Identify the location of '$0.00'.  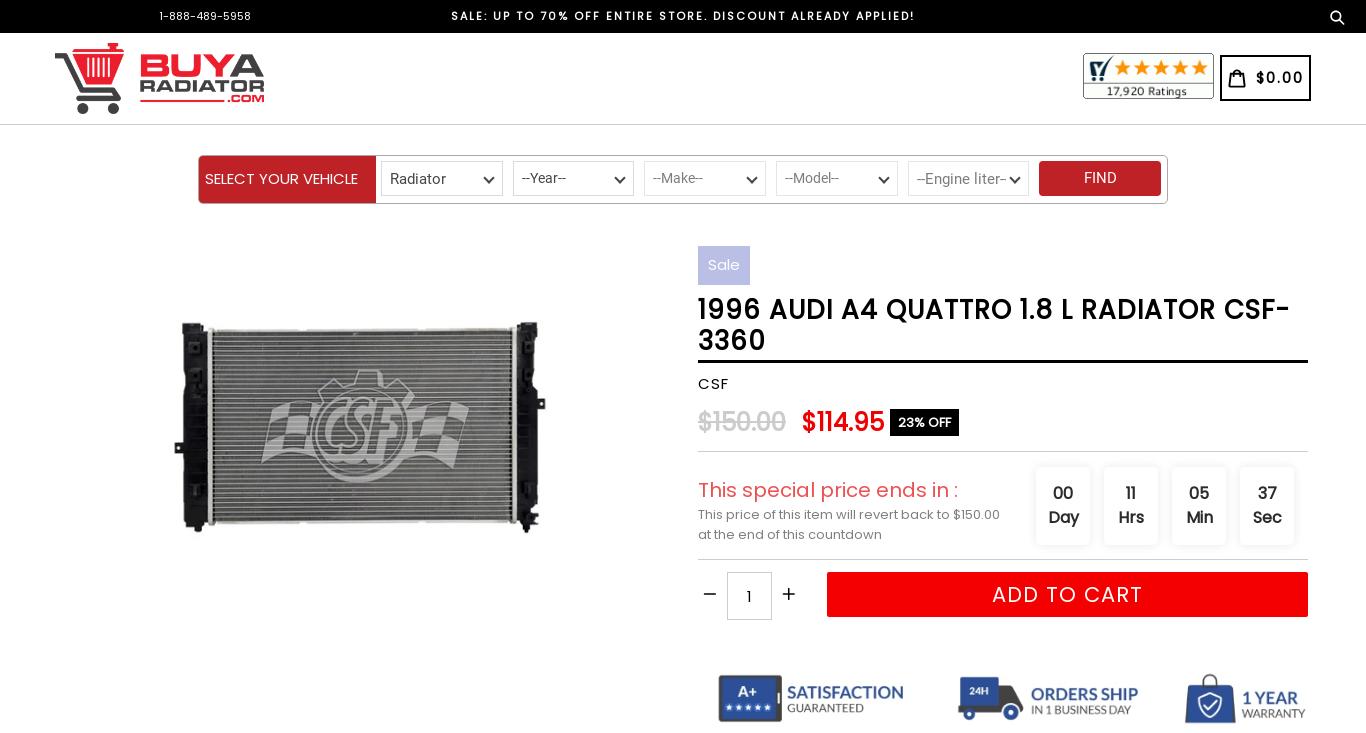
(1278, 77).